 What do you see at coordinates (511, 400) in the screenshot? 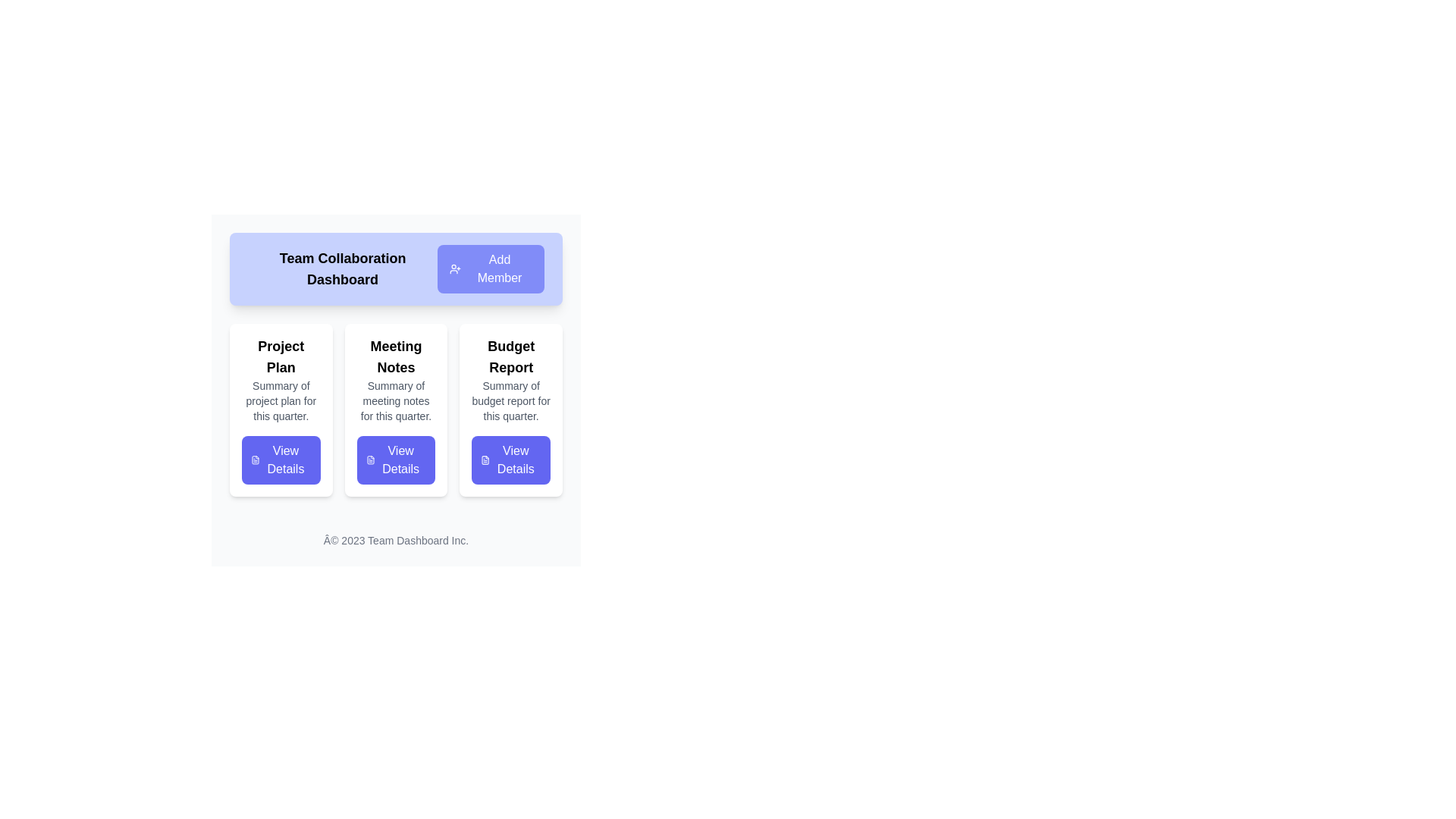
I see `the text label displaying 'Summary of budget report for this quarter.' which is styled with a smaller, gray-colored font and located beneath the 'Budget Report' header` at bounding box center [511, 400].